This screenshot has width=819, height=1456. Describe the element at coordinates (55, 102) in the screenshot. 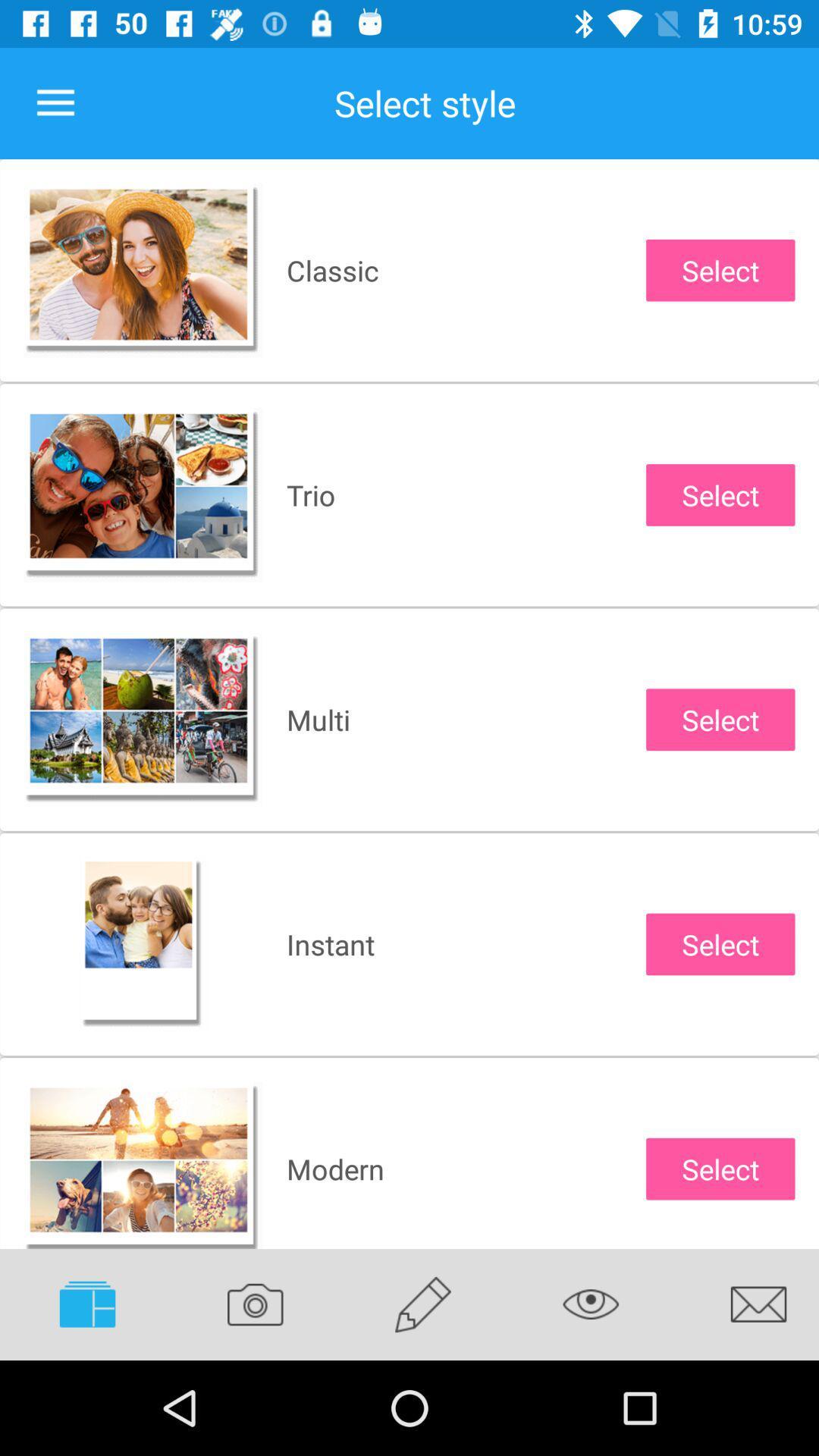

I see `icon to the left of the select style` at that location.